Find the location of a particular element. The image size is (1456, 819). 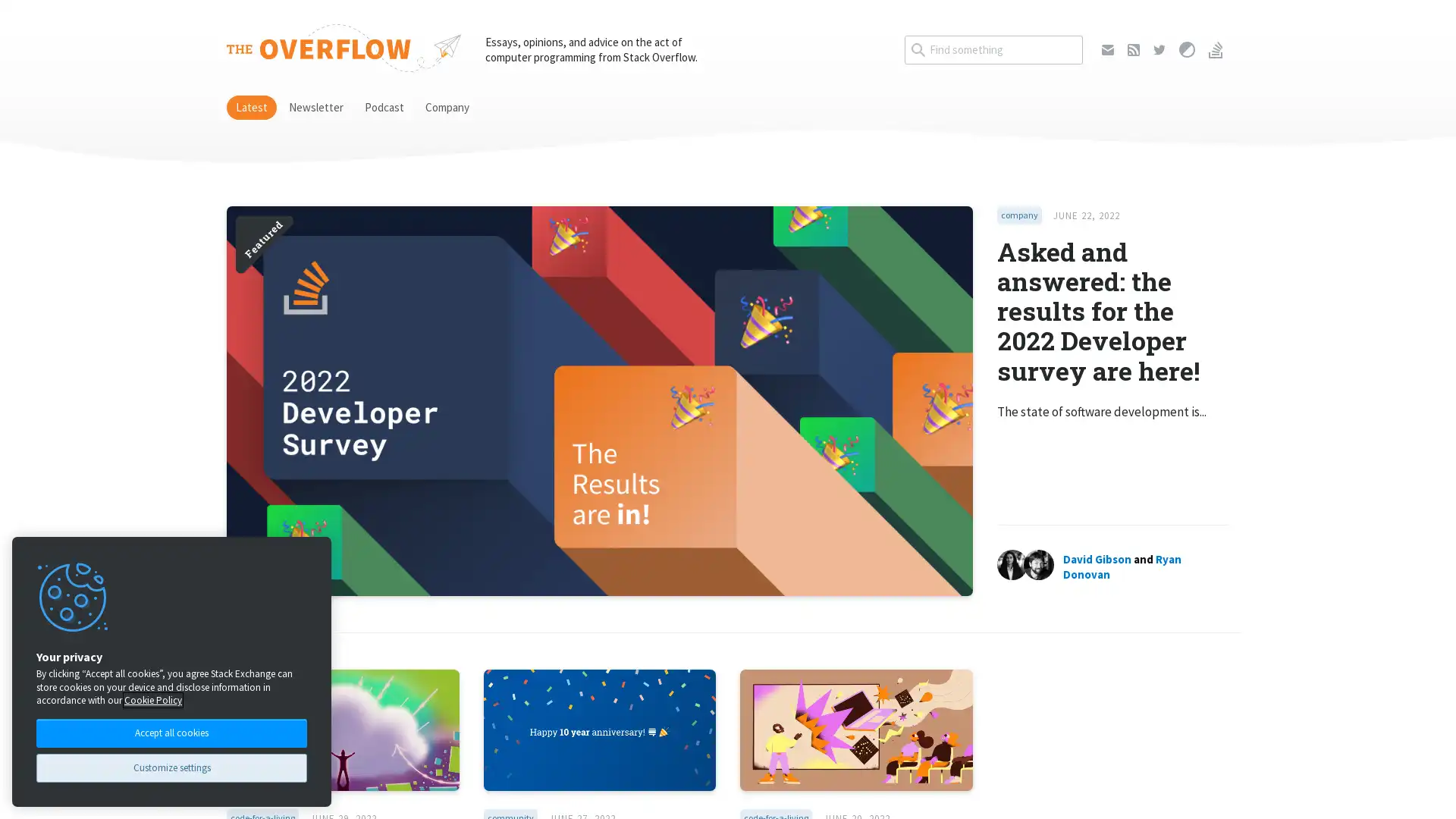

Search is located at coordinates (1081, 34).